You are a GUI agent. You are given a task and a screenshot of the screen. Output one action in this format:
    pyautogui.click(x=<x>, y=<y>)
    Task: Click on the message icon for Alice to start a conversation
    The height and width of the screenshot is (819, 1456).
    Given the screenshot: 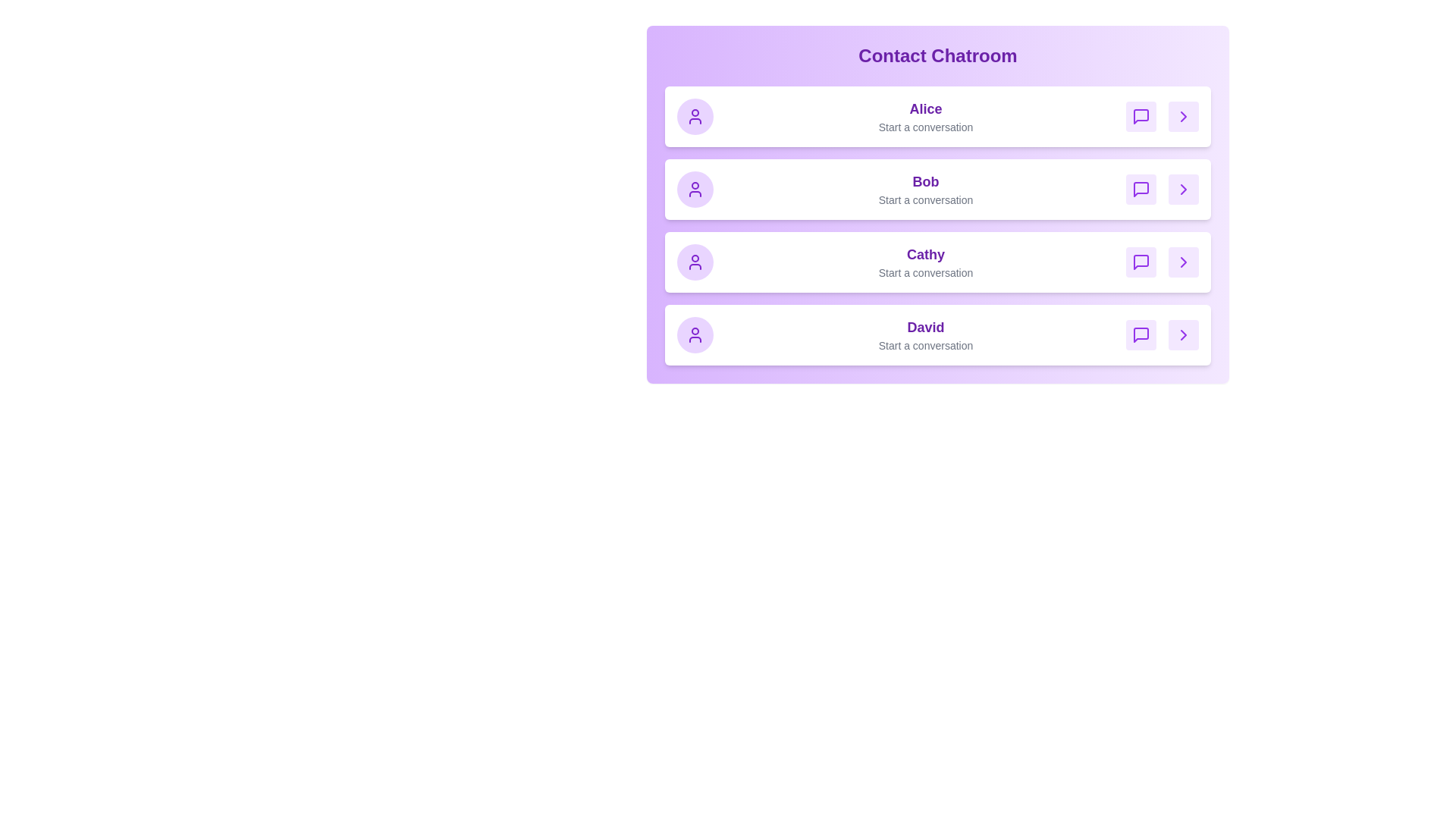 What is the action you would take?
    pyautogui.click(x=1141, y=116)
    